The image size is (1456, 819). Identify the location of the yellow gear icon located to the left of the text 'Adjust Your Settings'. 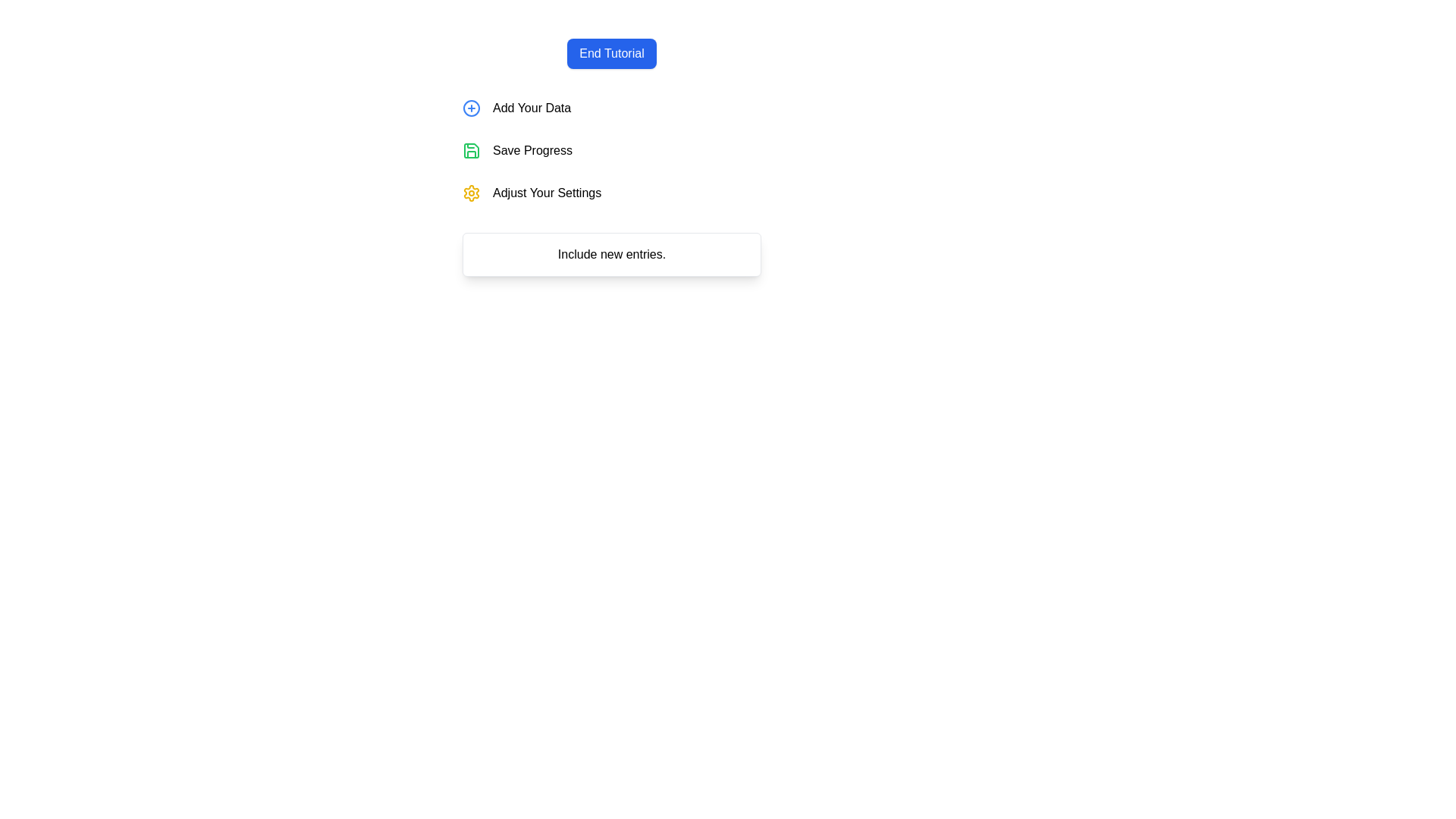
(471, 192).